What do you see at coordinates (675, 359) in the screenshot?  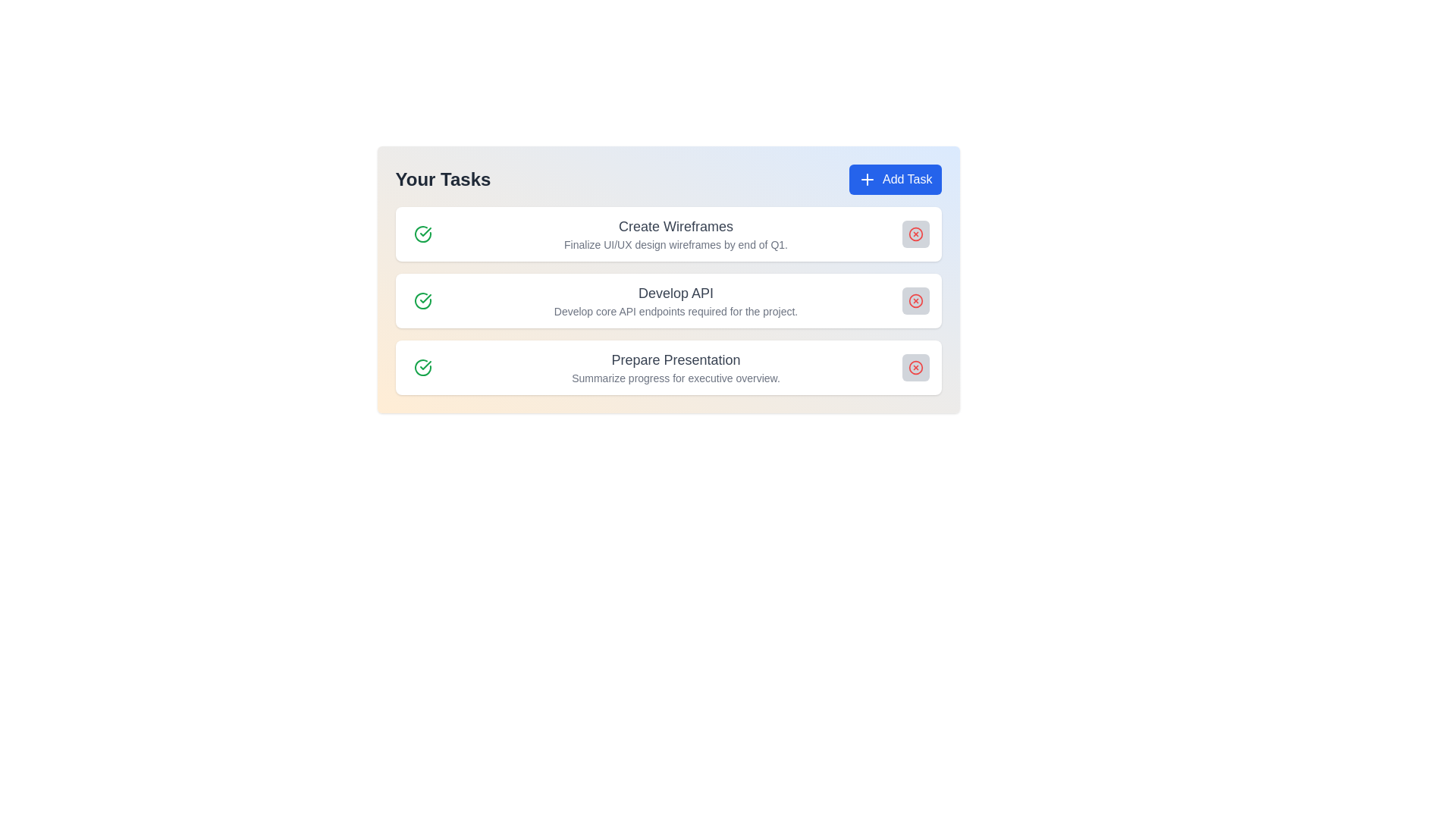 I see `the static text label that serves as the title or identifier for a task within the task management interface, located above the description 'Summarize progress for executive overview.'` at bounding box center [675, 359].